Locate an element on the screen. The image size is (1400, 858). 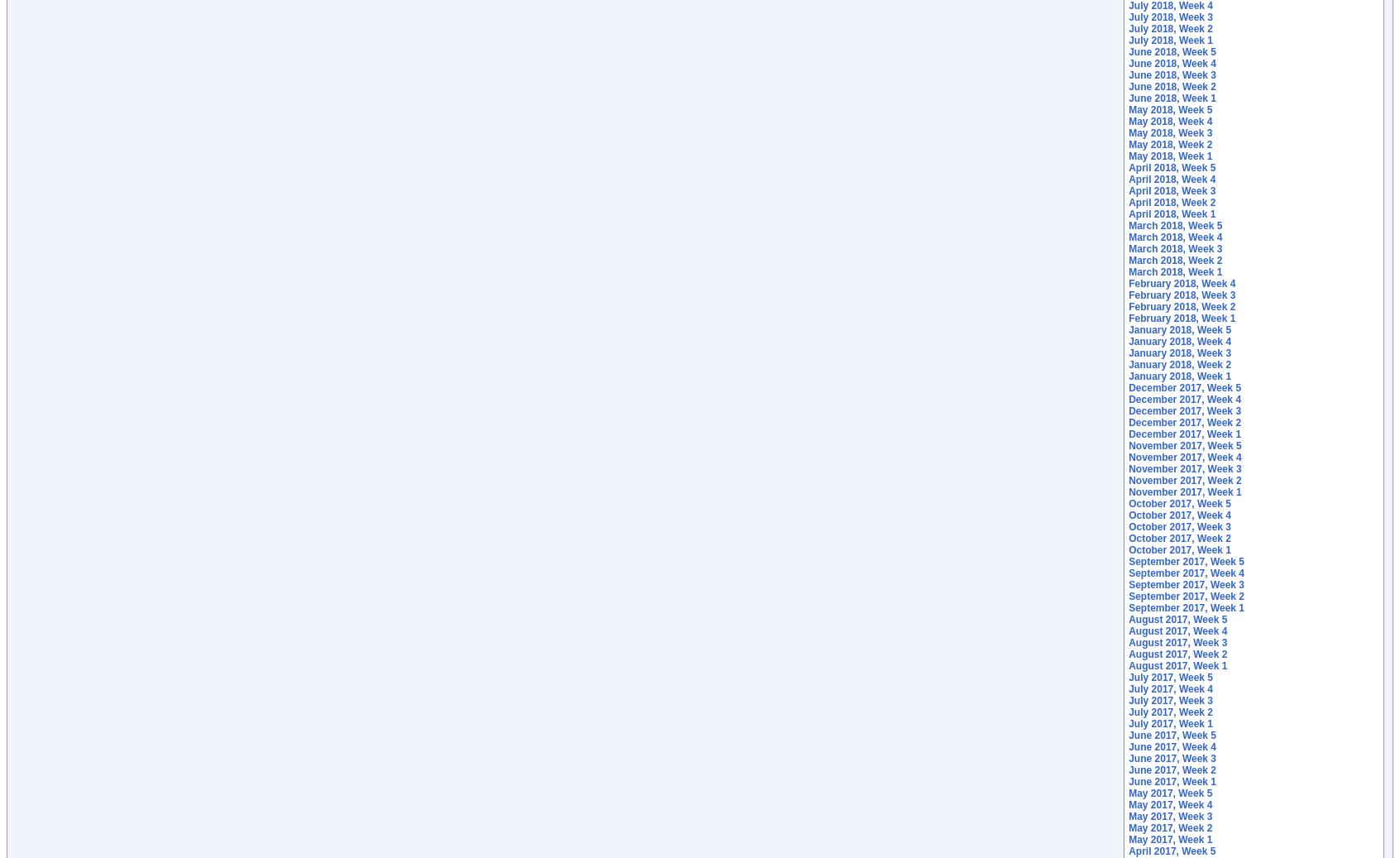
'May 2017, Week 5' is located at coordinates (1128, 793).